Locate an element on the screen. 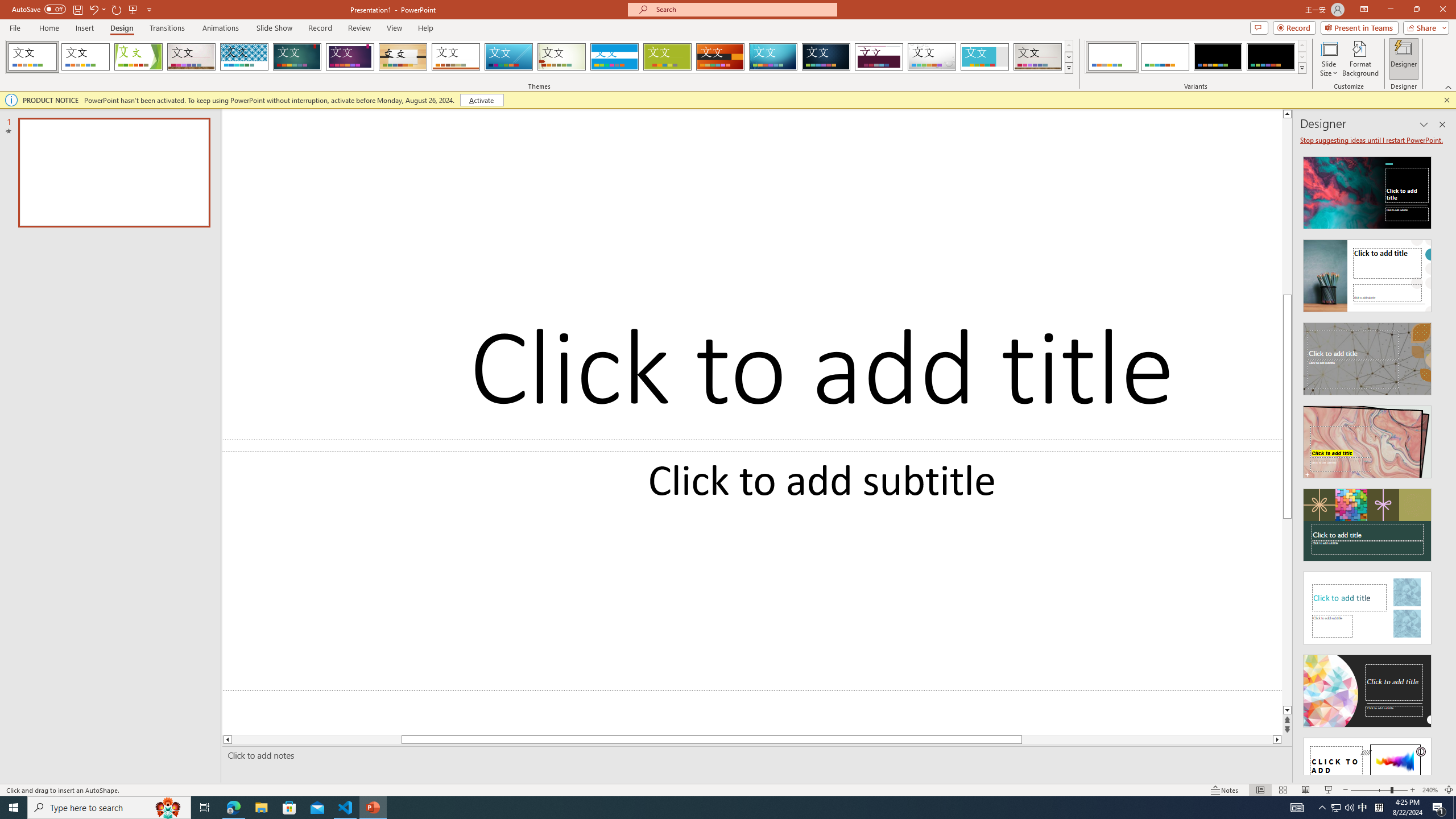  'Banded' is located at coordinates (614, 56).